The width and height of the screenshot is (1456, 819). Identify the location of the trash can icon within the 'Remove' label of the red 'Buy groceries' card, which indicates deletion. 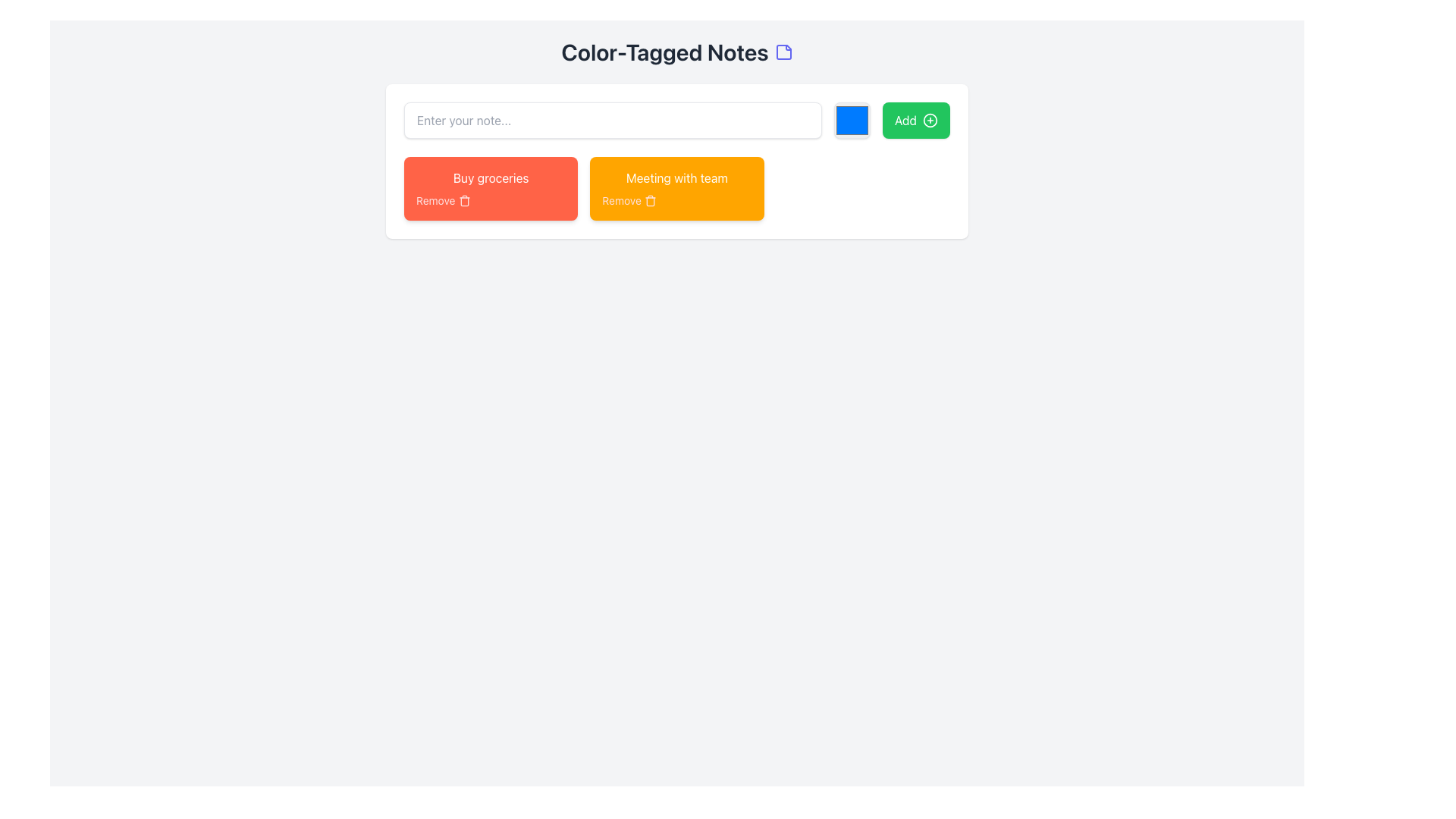
(463, 200).